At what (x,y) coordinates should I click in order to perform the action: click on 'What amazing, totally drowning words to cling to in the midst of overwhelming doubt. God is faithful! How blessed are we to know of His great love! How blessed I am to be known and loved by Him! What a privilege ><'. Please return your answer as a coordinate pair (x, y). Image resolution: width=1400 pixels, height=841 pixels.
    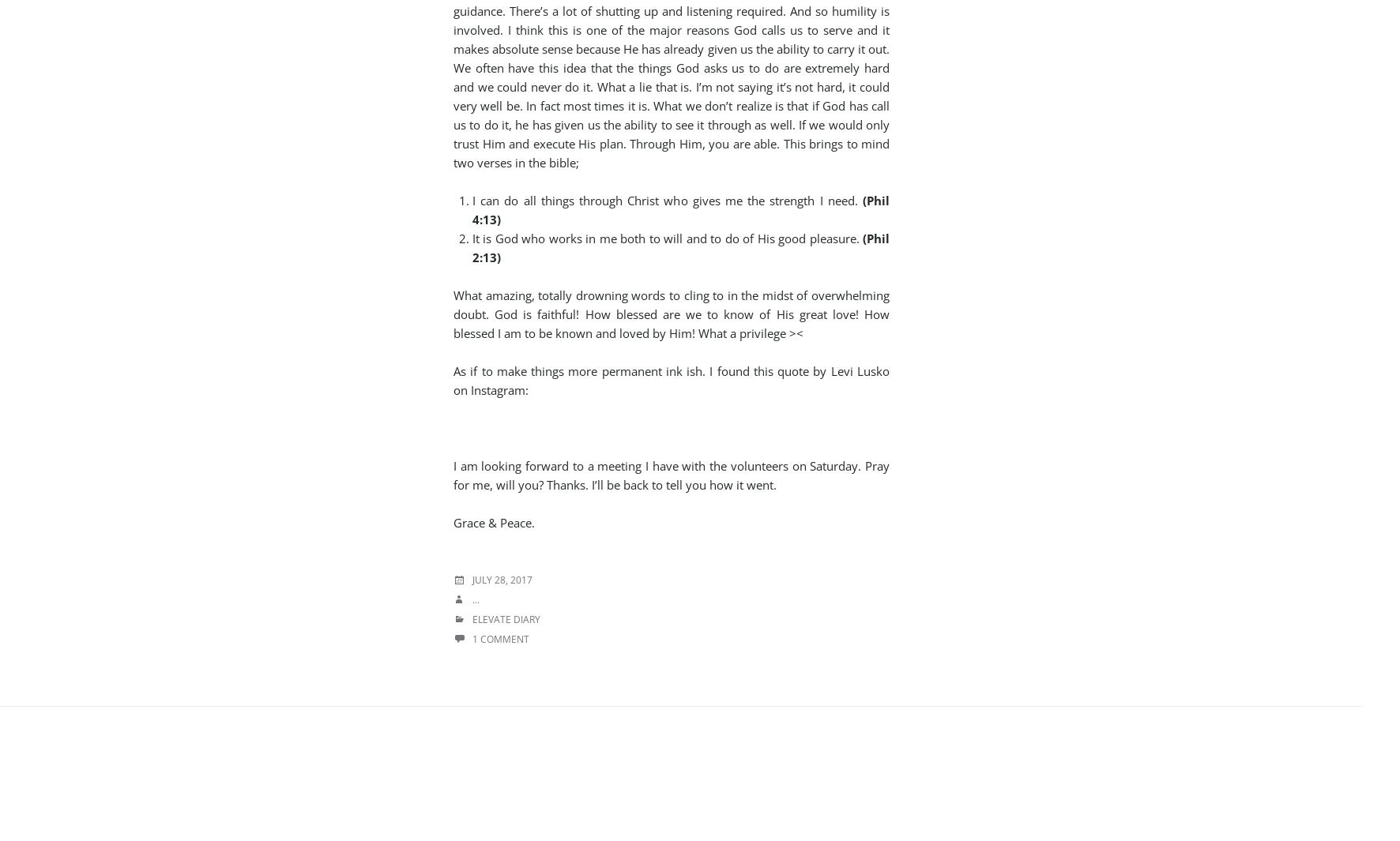
    Looking at the image, I should click on (672, 313).